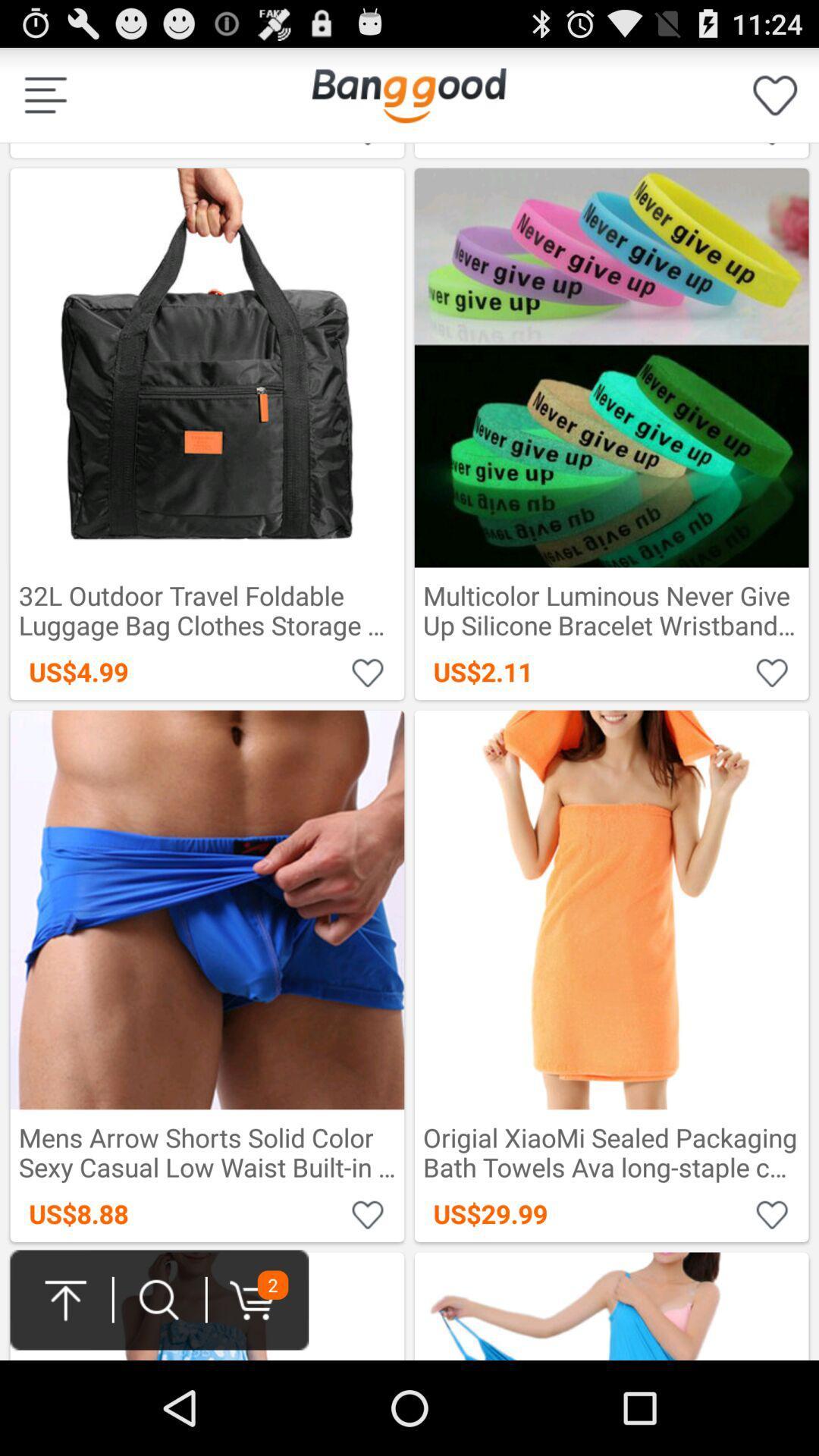  Describe the element at coordinates (775, 94) in the screenshot. I see `icon next to us$1.59 app` at that location.